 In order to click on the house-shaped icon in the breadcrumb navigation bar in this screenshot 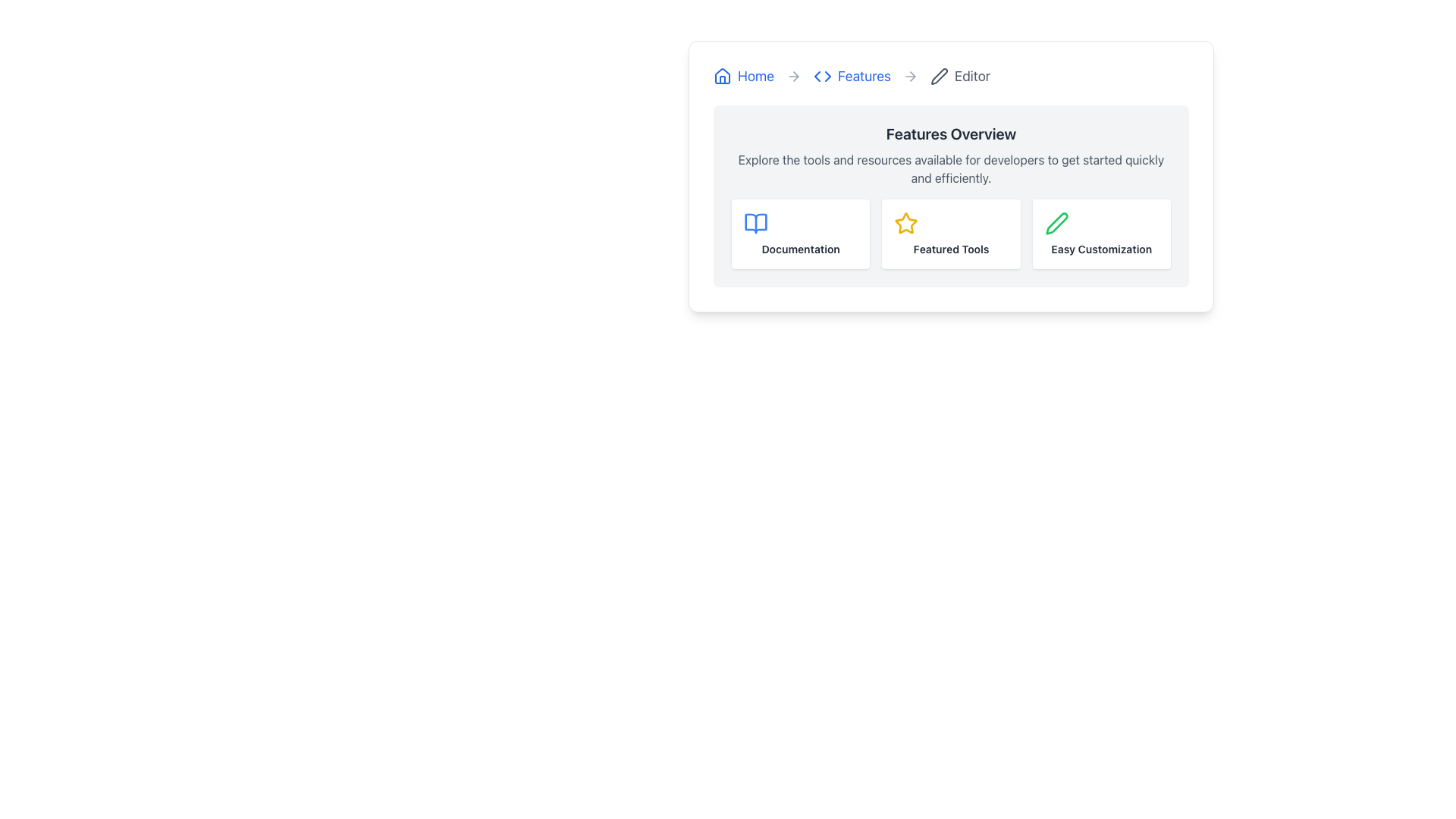, I will do `click(722, 76)`.